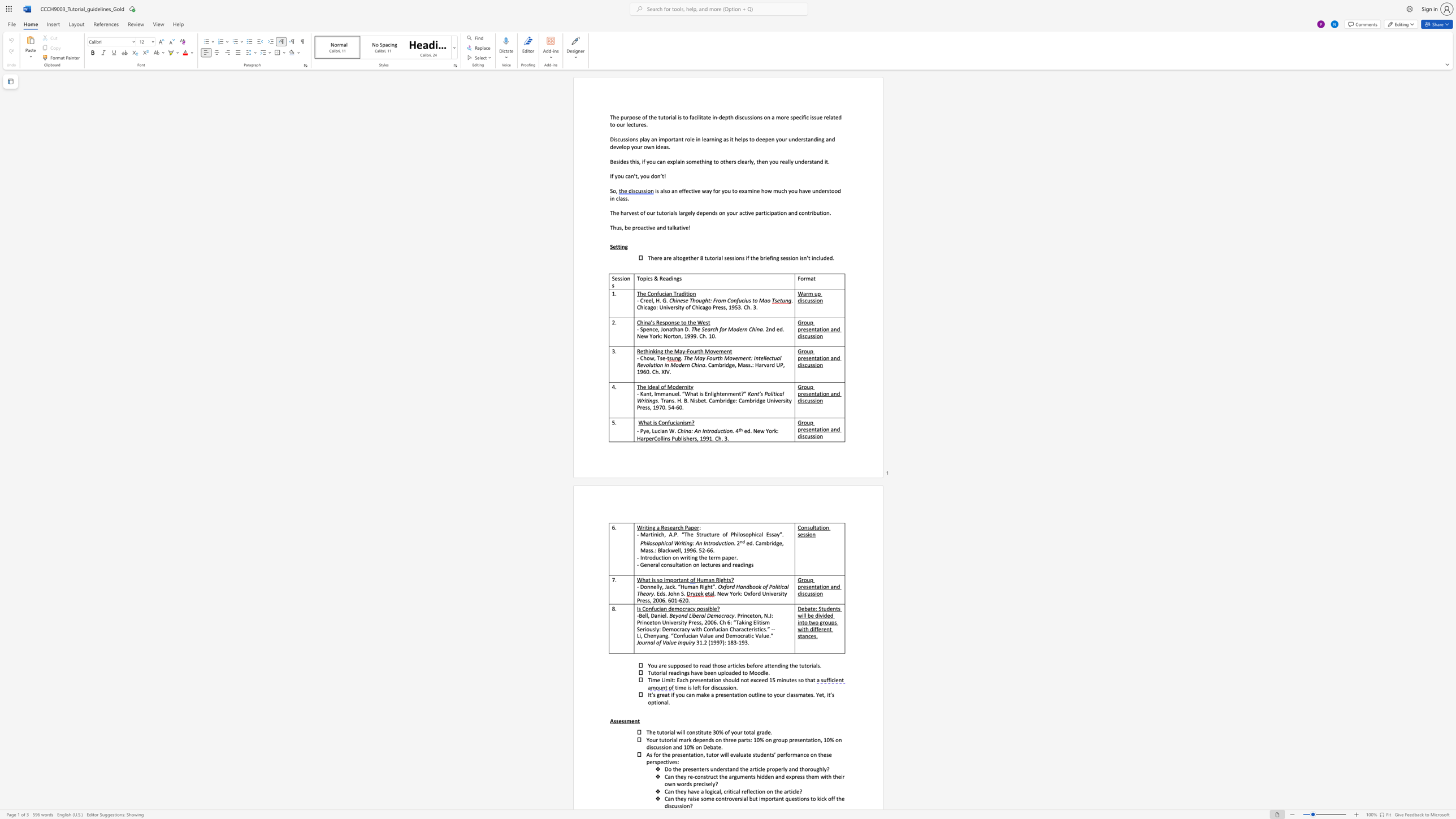  What do you see at coordinates (653, 422) in the screenshot?
I see `the subset text "is" within the text "What is Confucianism?"` at bounding box center [653, 422].